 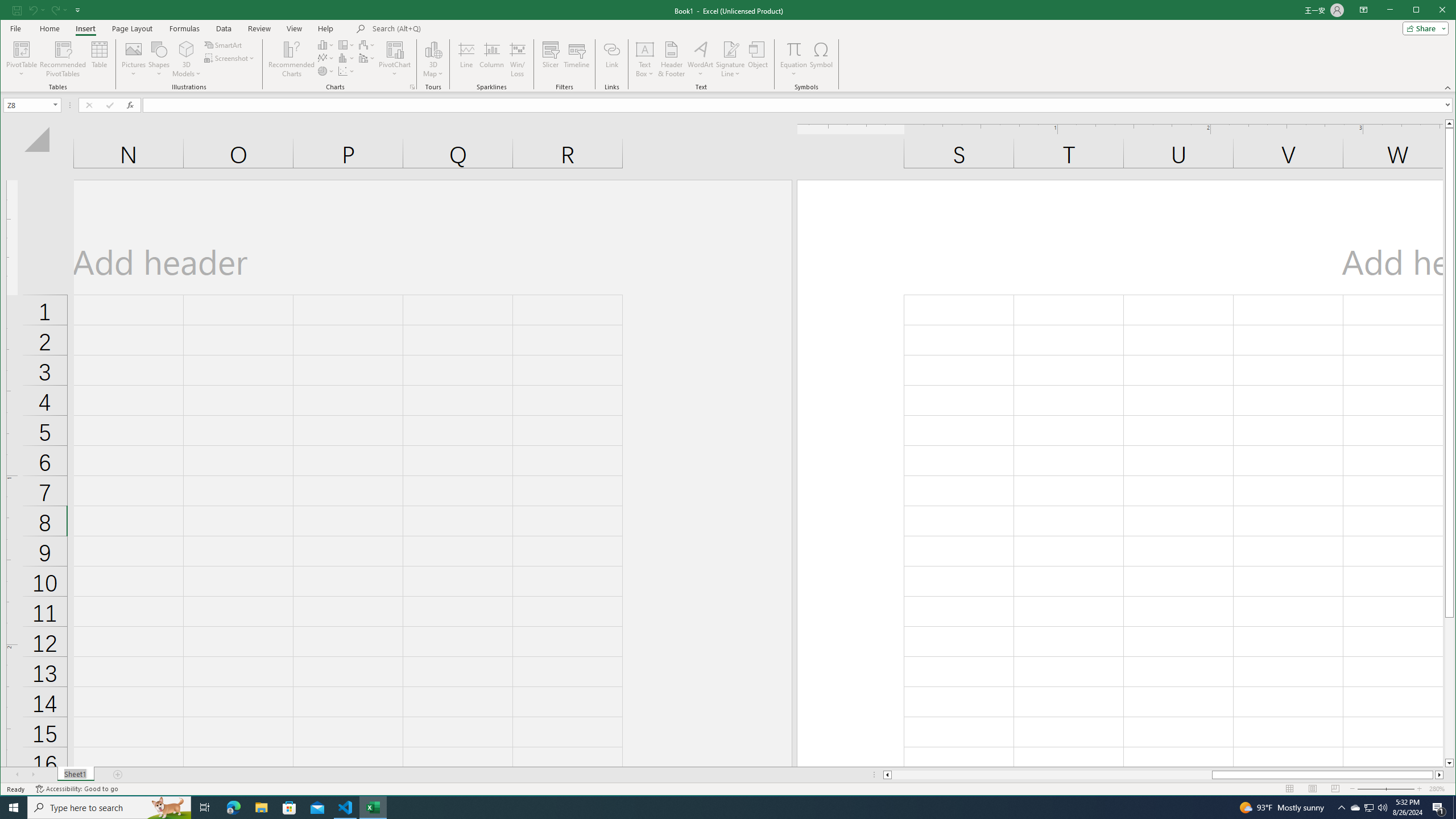 What do you see at coordinates (1289, 788) in the screenshot?
I see `'Normal'` at bounding box center [1289, 788].